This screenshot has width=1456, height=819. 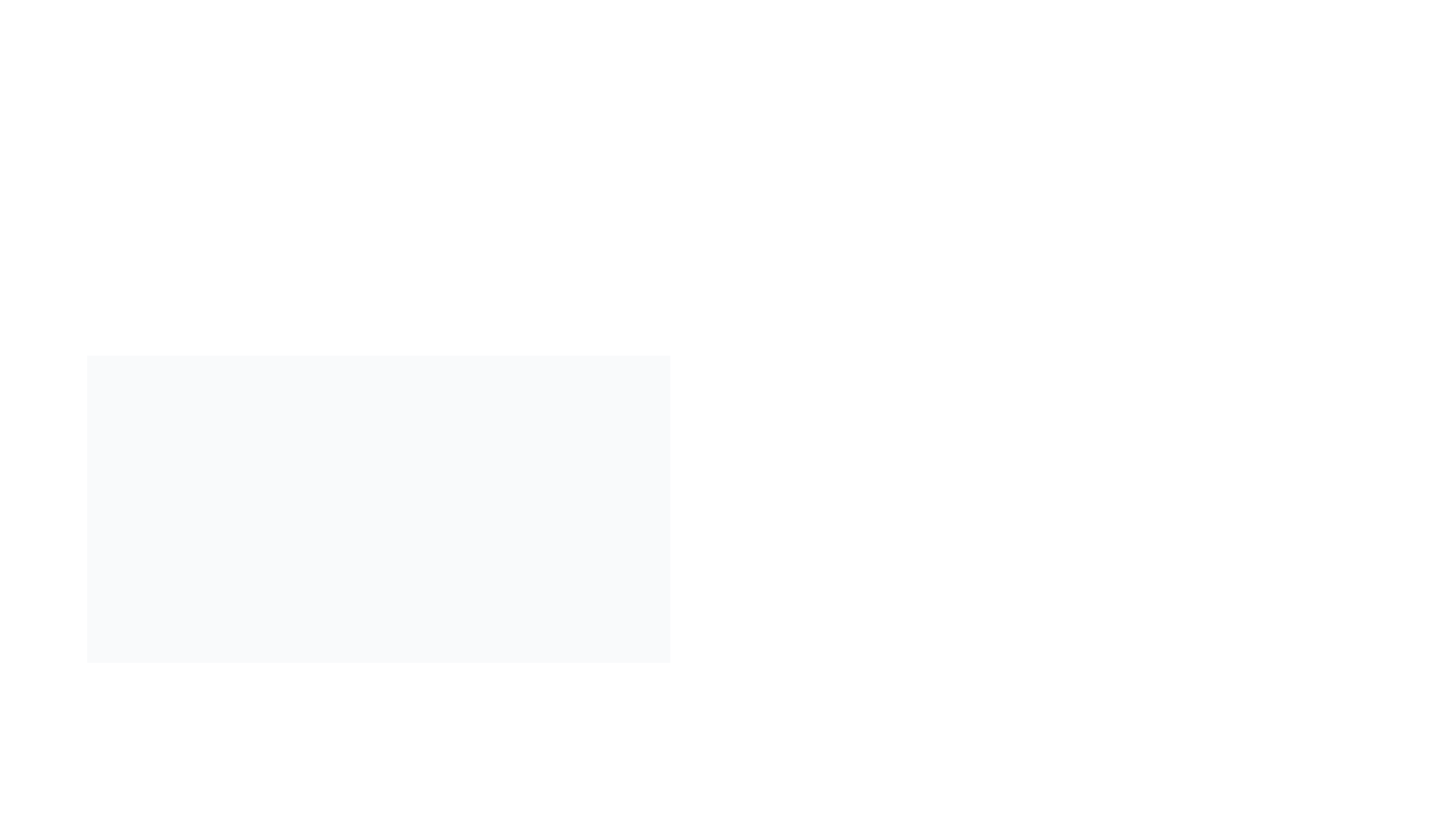 What do you see at coordinates (378, 799) in the screenshot?
I see `the button located at the bottom of the panel with a white background and rounded corners, which allows users to add an event and triggers a related action` at bounding box center [378, 799].